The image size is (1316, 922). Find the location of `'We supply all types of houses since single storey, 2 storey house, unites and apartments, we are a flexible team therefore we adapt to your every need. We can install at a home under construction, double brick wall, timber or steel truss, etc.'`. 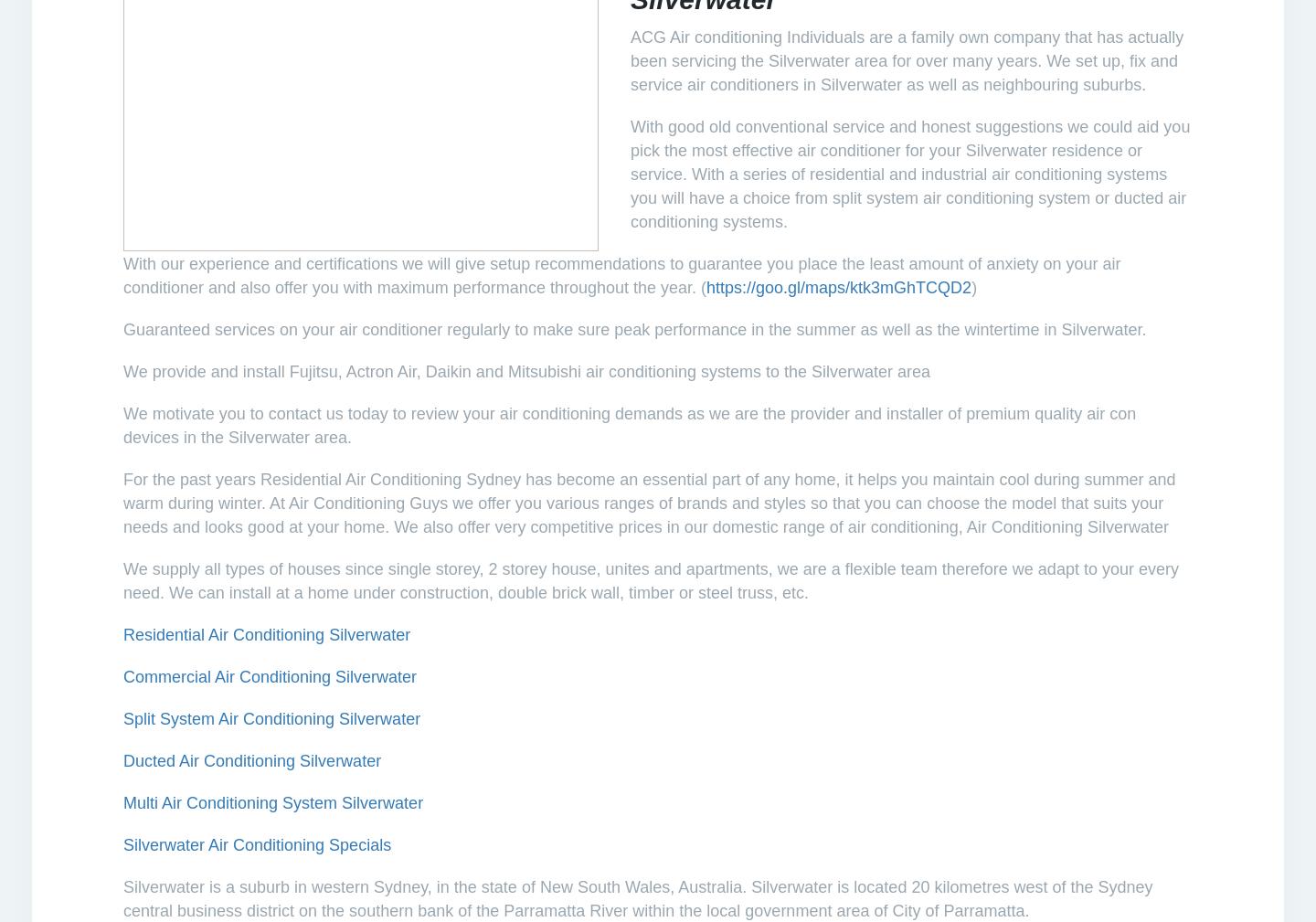

'We supply all types of houses since single storey, 2 storey house, unites and apartments, we are a flexible team therefore we adapt to your every need. We can install at a home under construction, double brick wall, timber or steel truss, etc.' is located at coordinates (122, 580).